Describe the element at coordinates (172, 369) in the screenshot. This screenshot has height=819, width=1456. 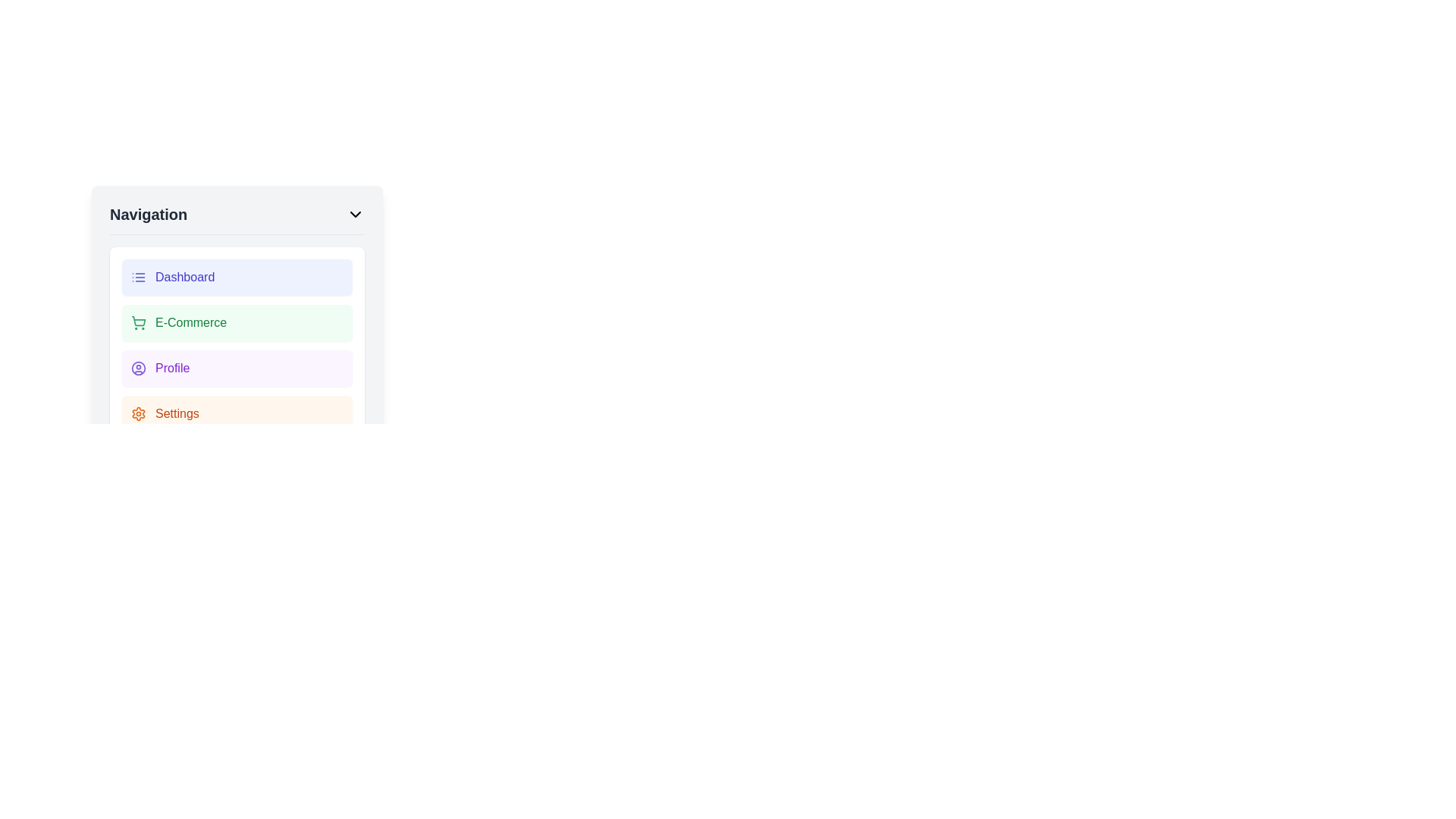
I see `the 'Profile' text label within the navigation menu` at that location.